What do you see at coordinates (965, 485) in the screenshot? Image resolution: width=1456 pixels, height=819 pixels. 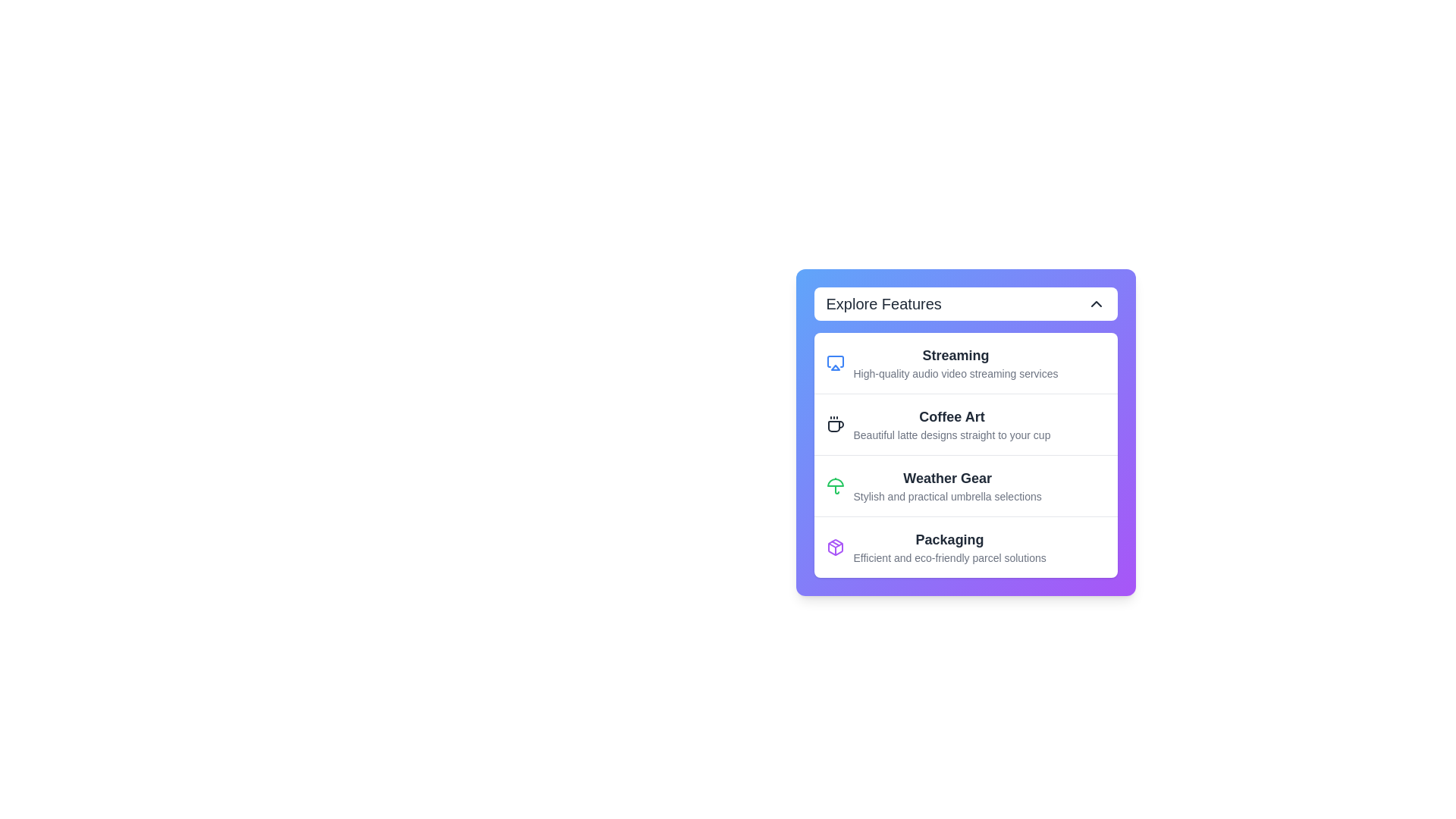 I see `the 'Weather Gear' navigation option, which features a green umbrella icon followed by the text 'Weather Gear' and a description below it` at bounding box center [965, 485].